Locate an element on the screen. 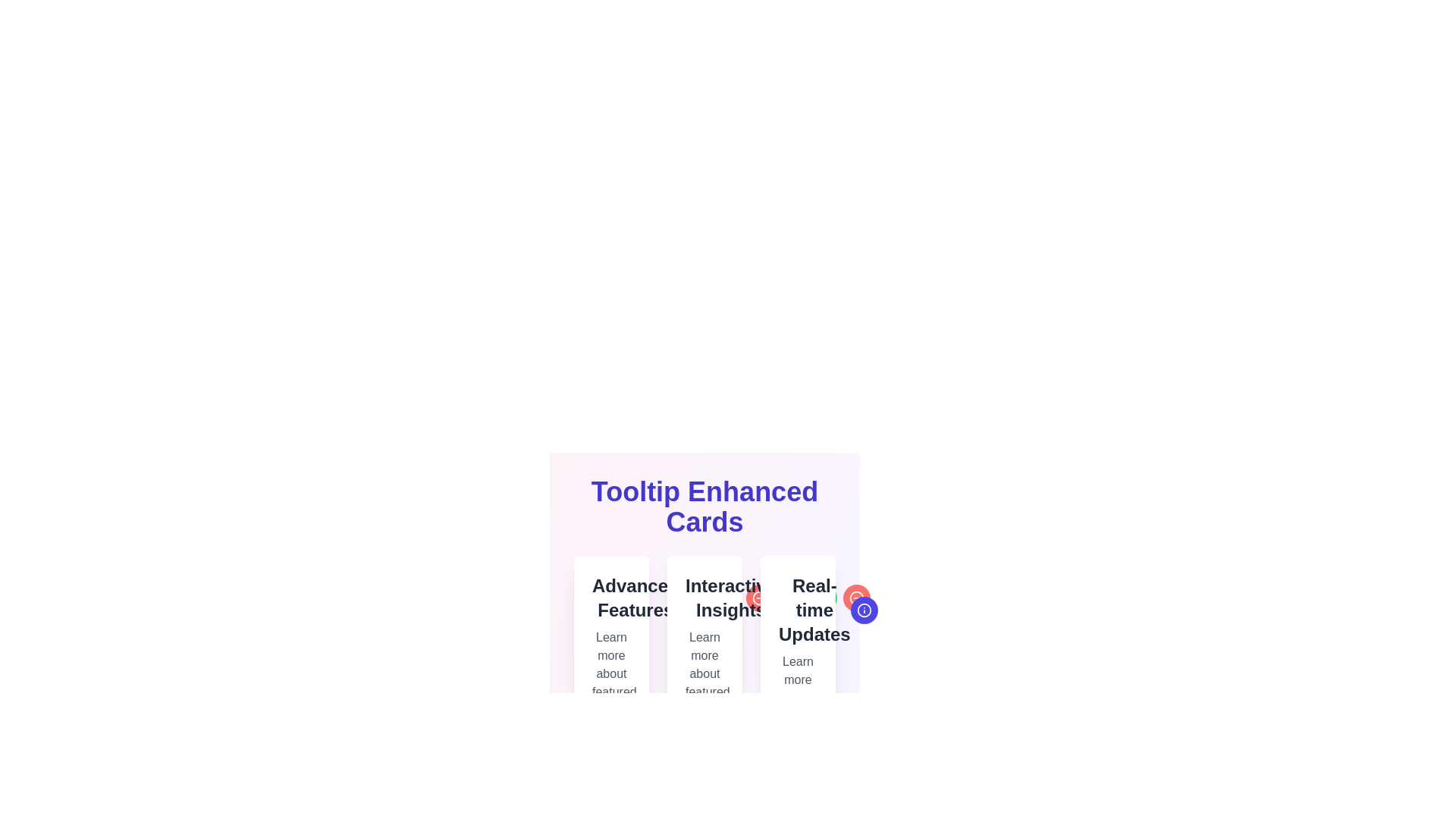 The image size is (1456, 819). the third circular button in a horizontal arrangement of three buttons located at the bottom-right side of the interface is located at coordinates (759, 598).